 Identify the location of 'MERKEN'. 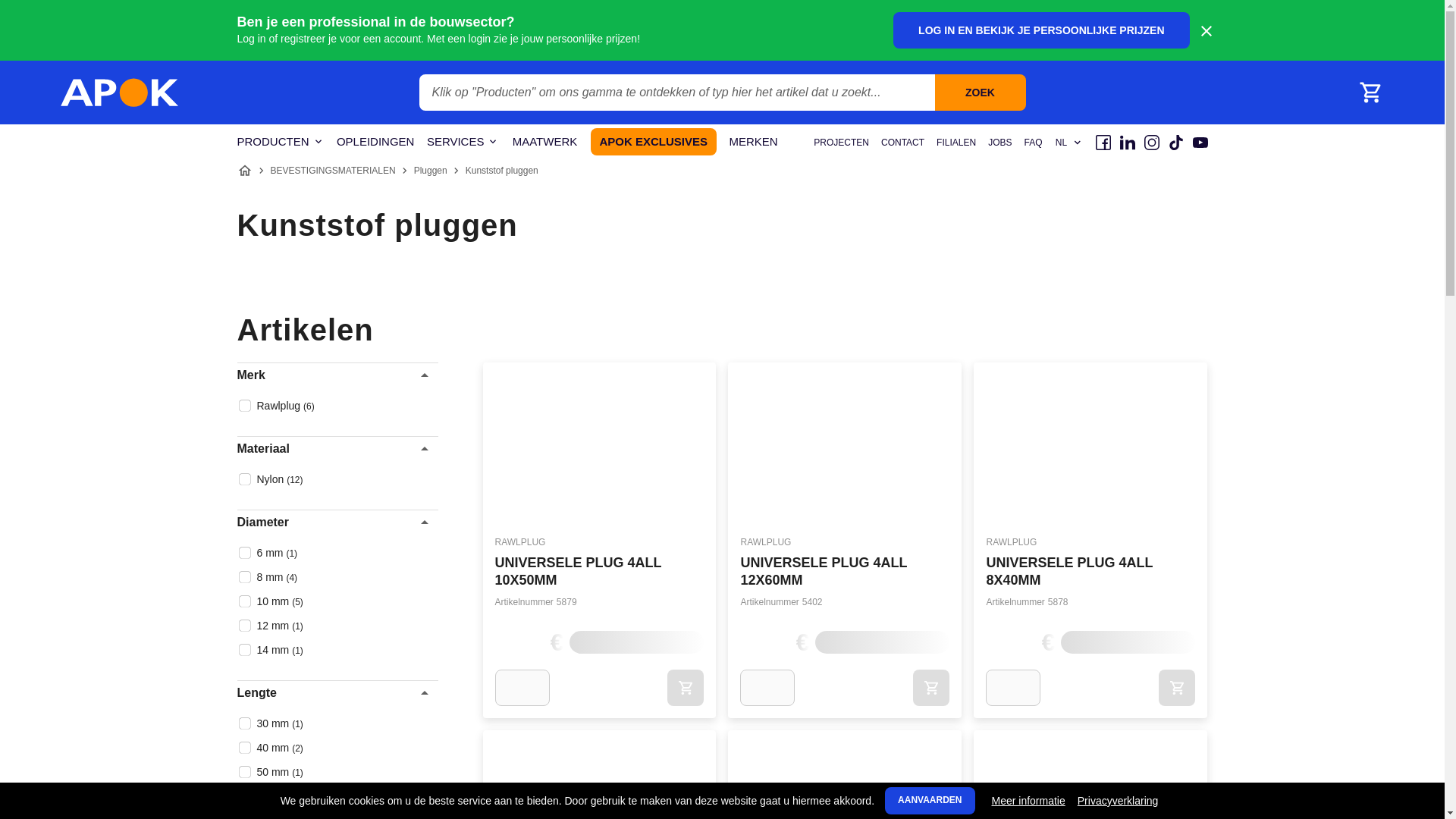
(753, 142).